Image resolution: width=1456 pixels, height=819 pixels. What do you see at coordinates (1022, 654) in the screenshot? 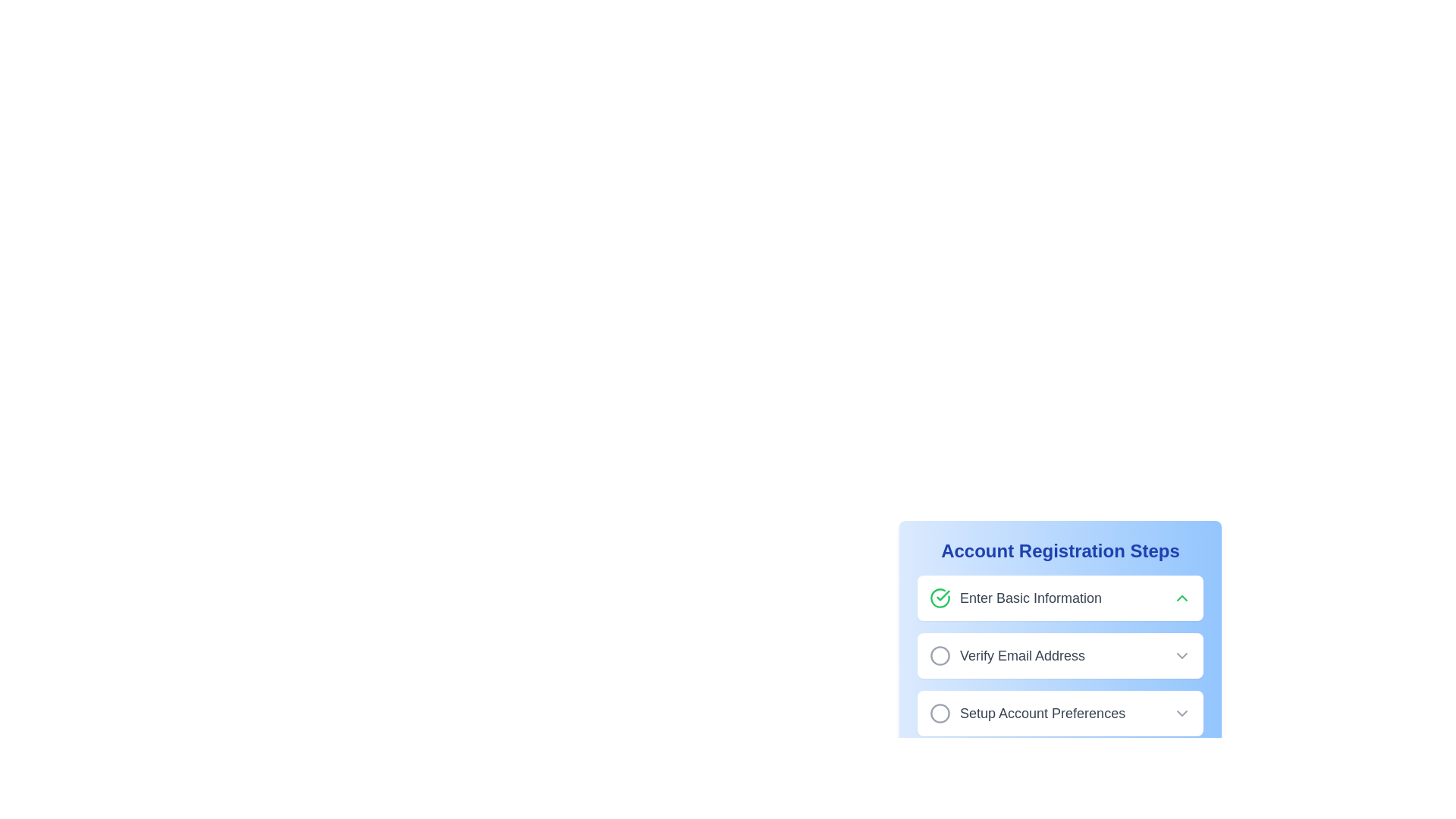
I see `the email verification text label in the account registration steps, which is the second item in a vertical list aligned with a circular icon on its left` at bounding box center [1022, 654].